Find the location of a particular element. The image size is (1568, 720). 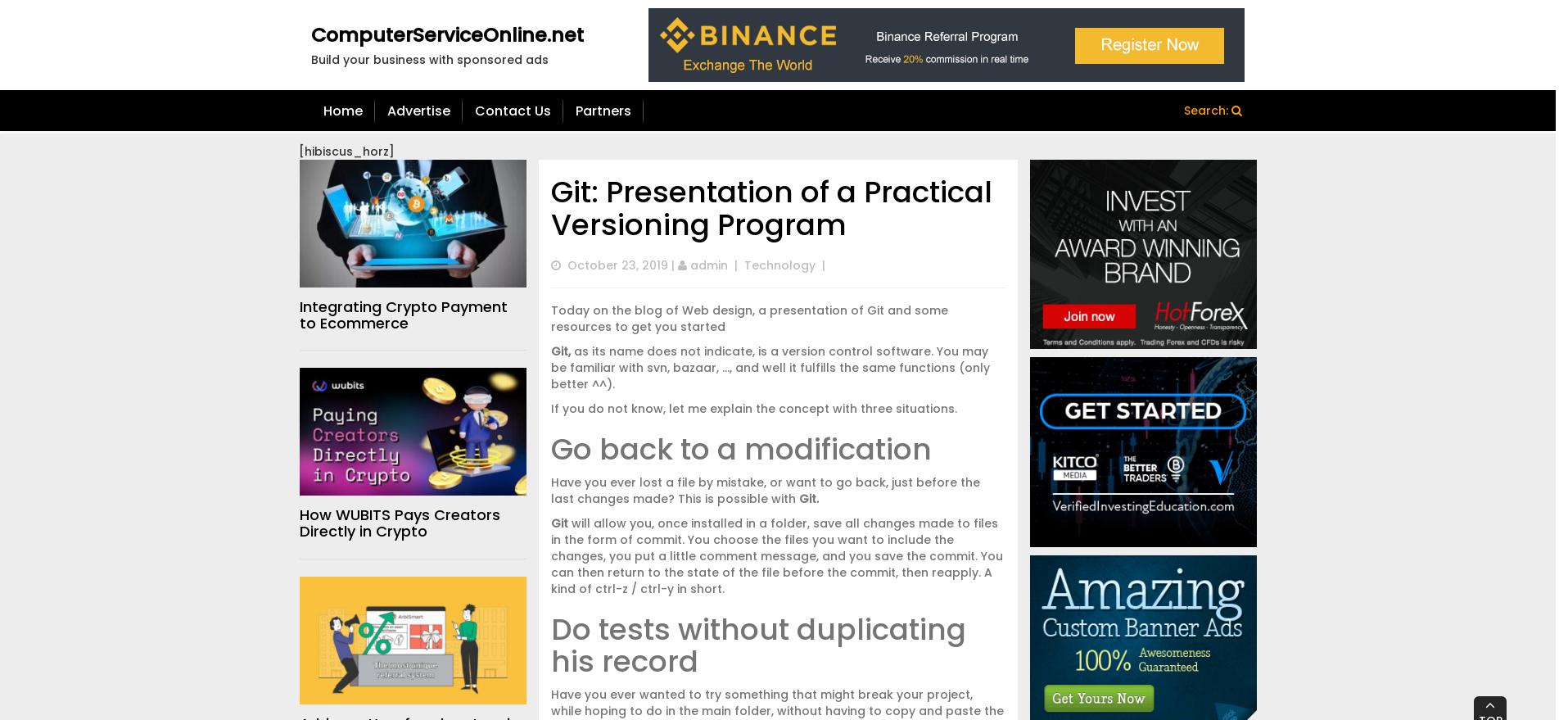

'as its name does not indicate, is a version control software.' is located at coordinates (750, 351).